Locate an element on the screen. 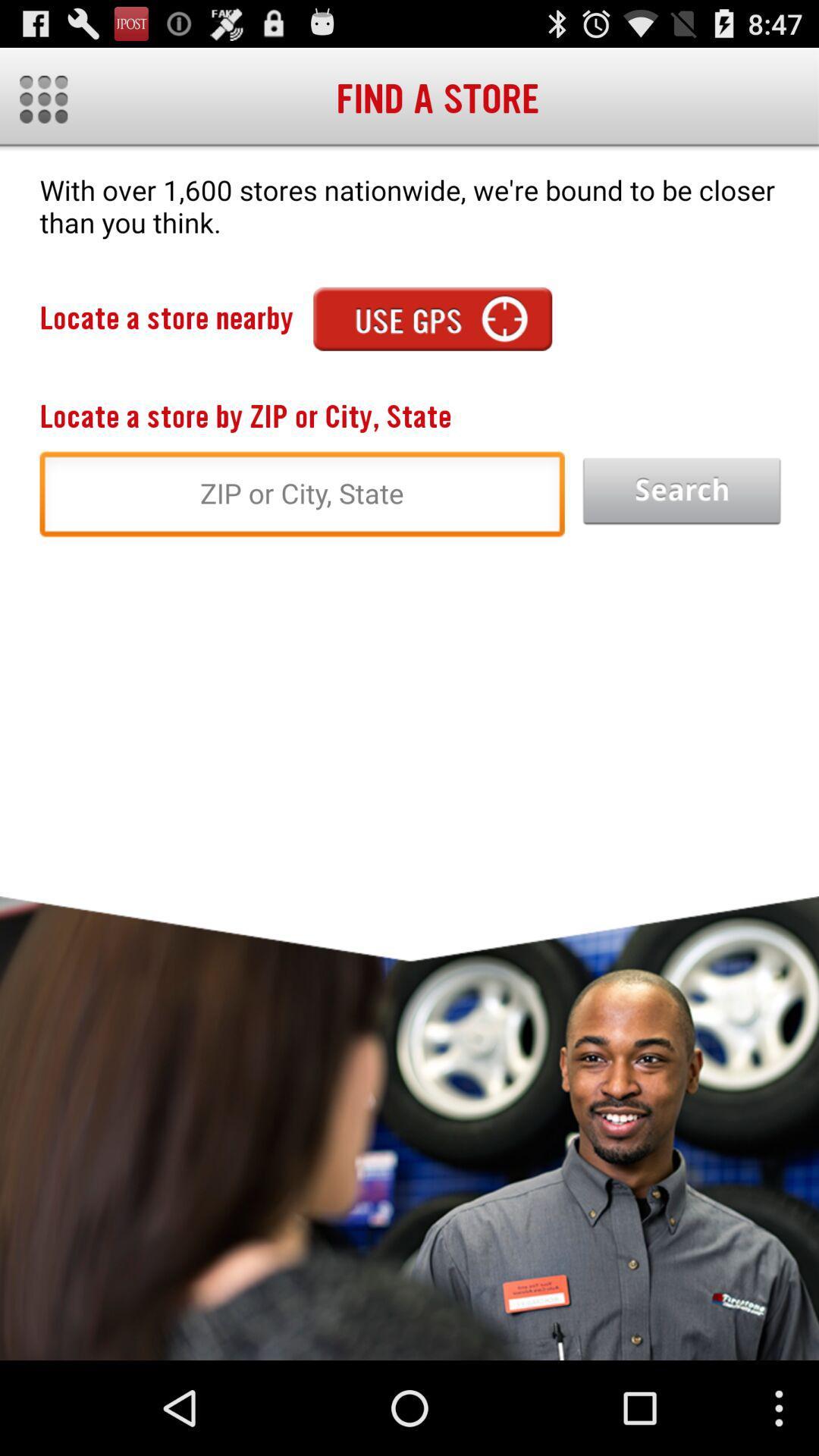 This screenshot has width=819, height=1456. the search field is located at coordinates (302, 498).